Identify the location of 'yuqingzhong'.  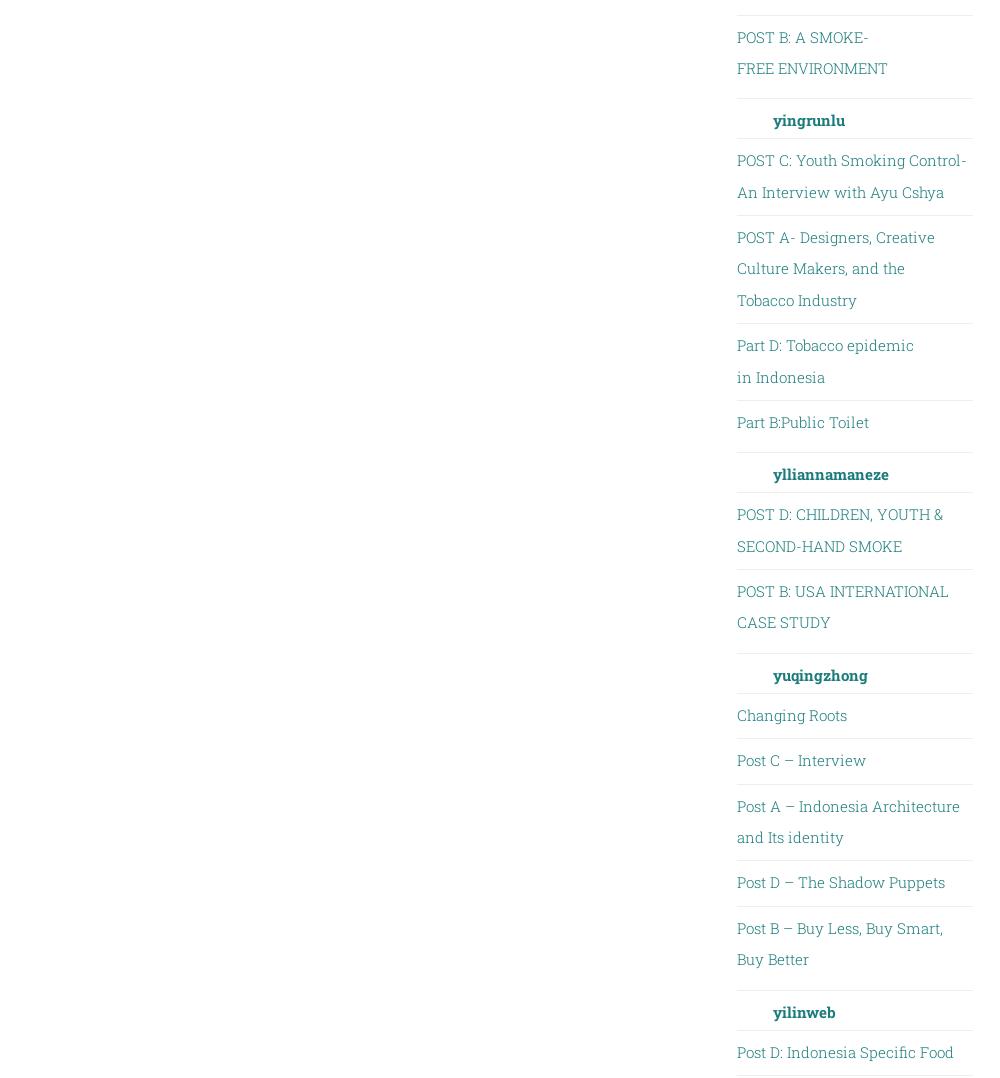
(818, 673).